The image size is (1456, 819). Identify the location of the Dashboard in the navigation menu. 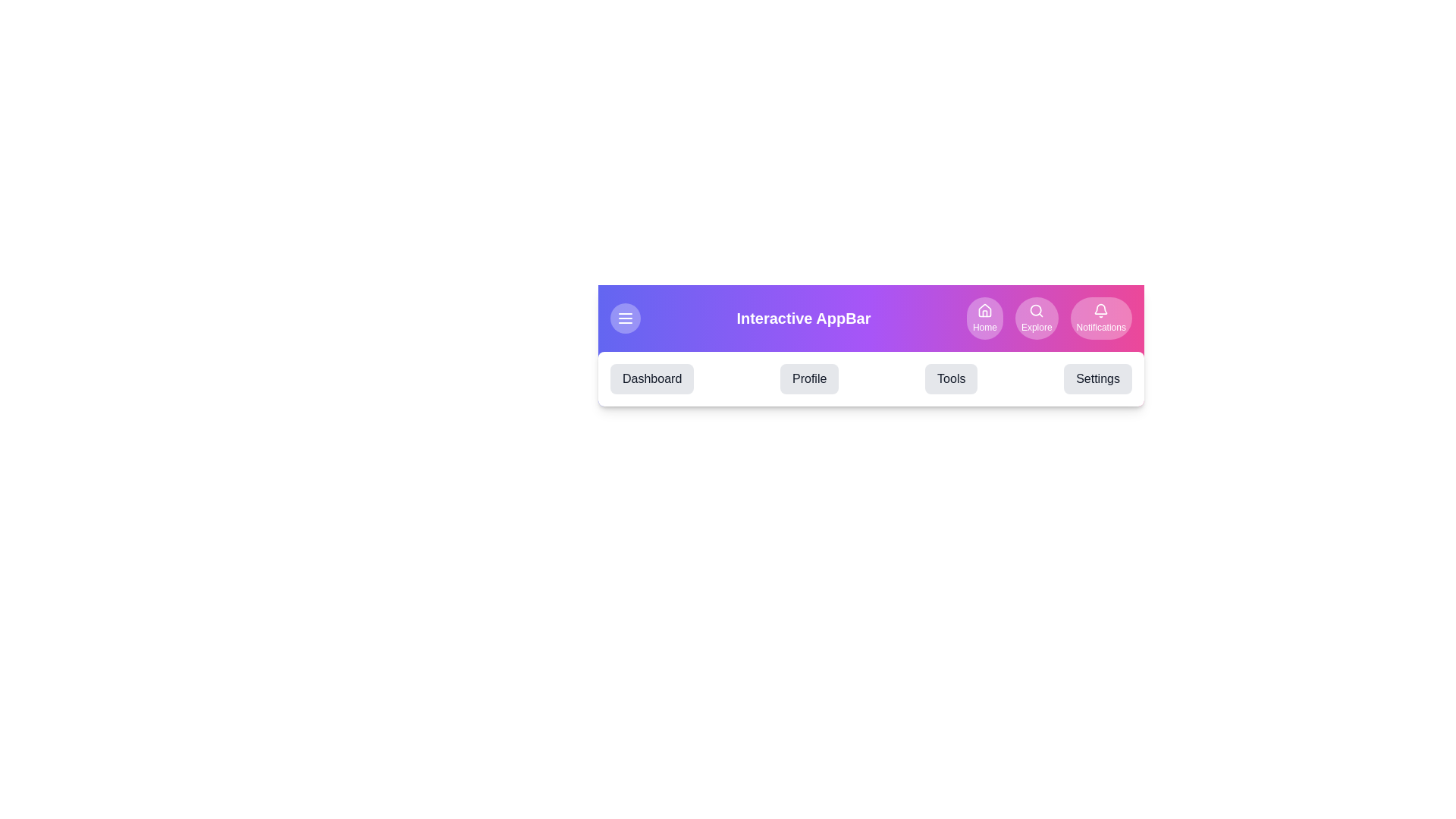
(651, 378).